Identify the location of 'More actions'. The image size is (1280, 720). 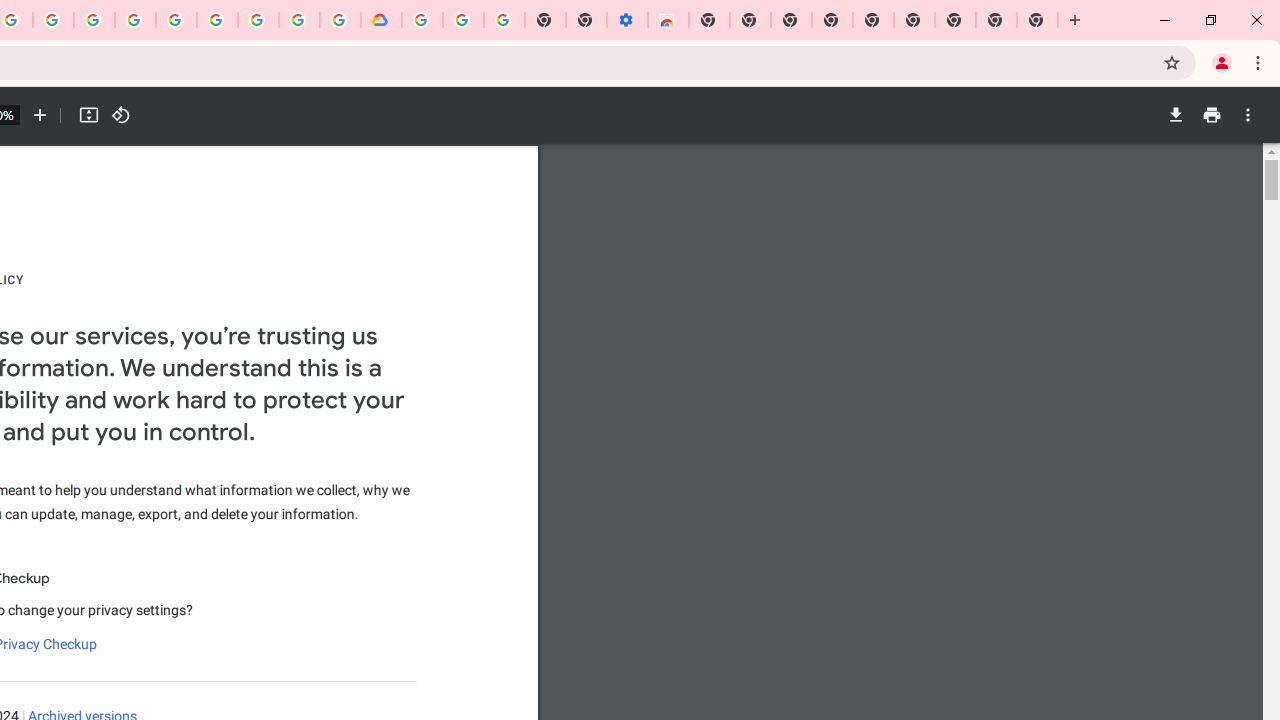
(1247, 115).